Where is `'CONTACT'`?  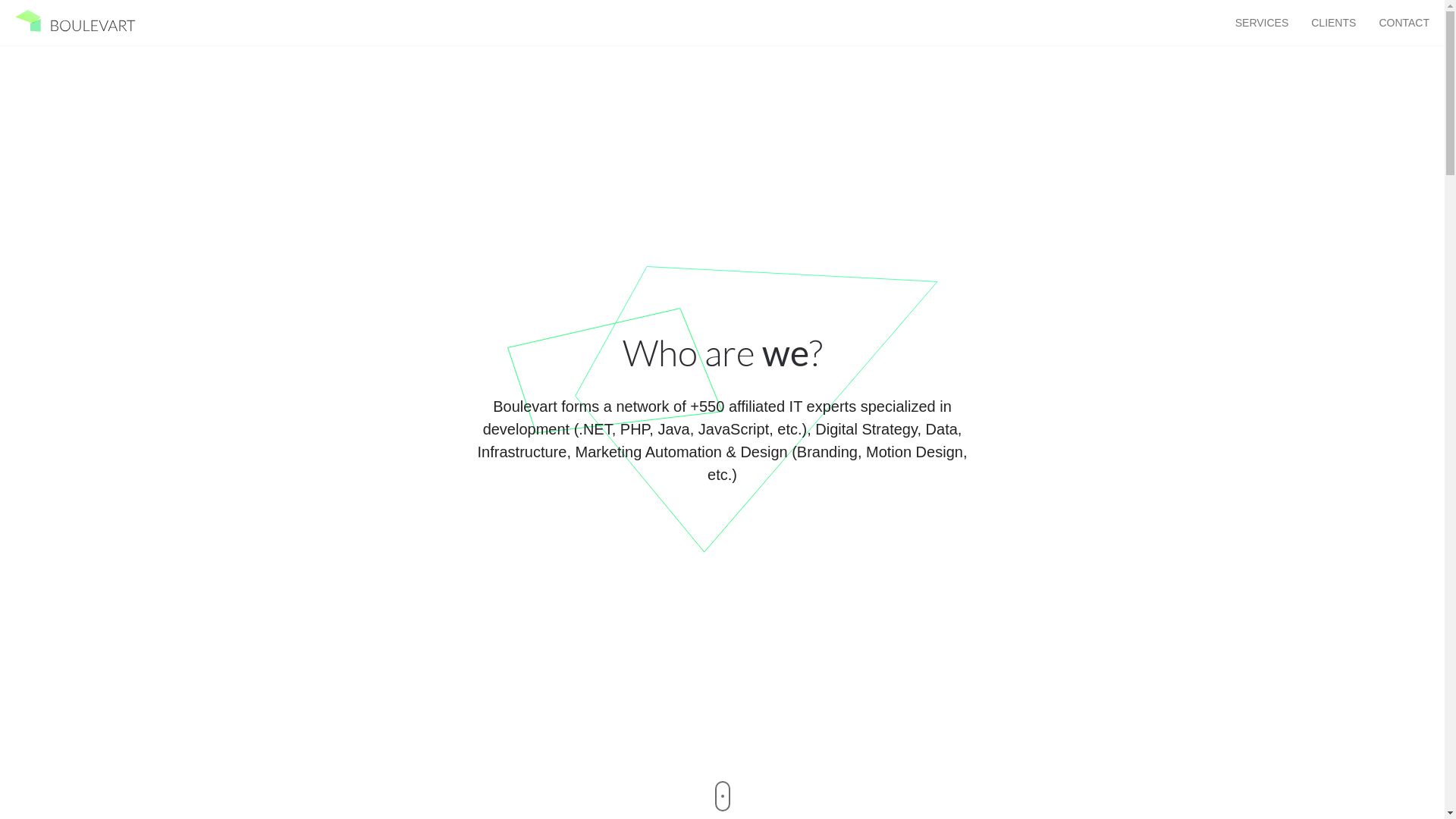
'CONTACT' is located at coordinates (1403, 23).